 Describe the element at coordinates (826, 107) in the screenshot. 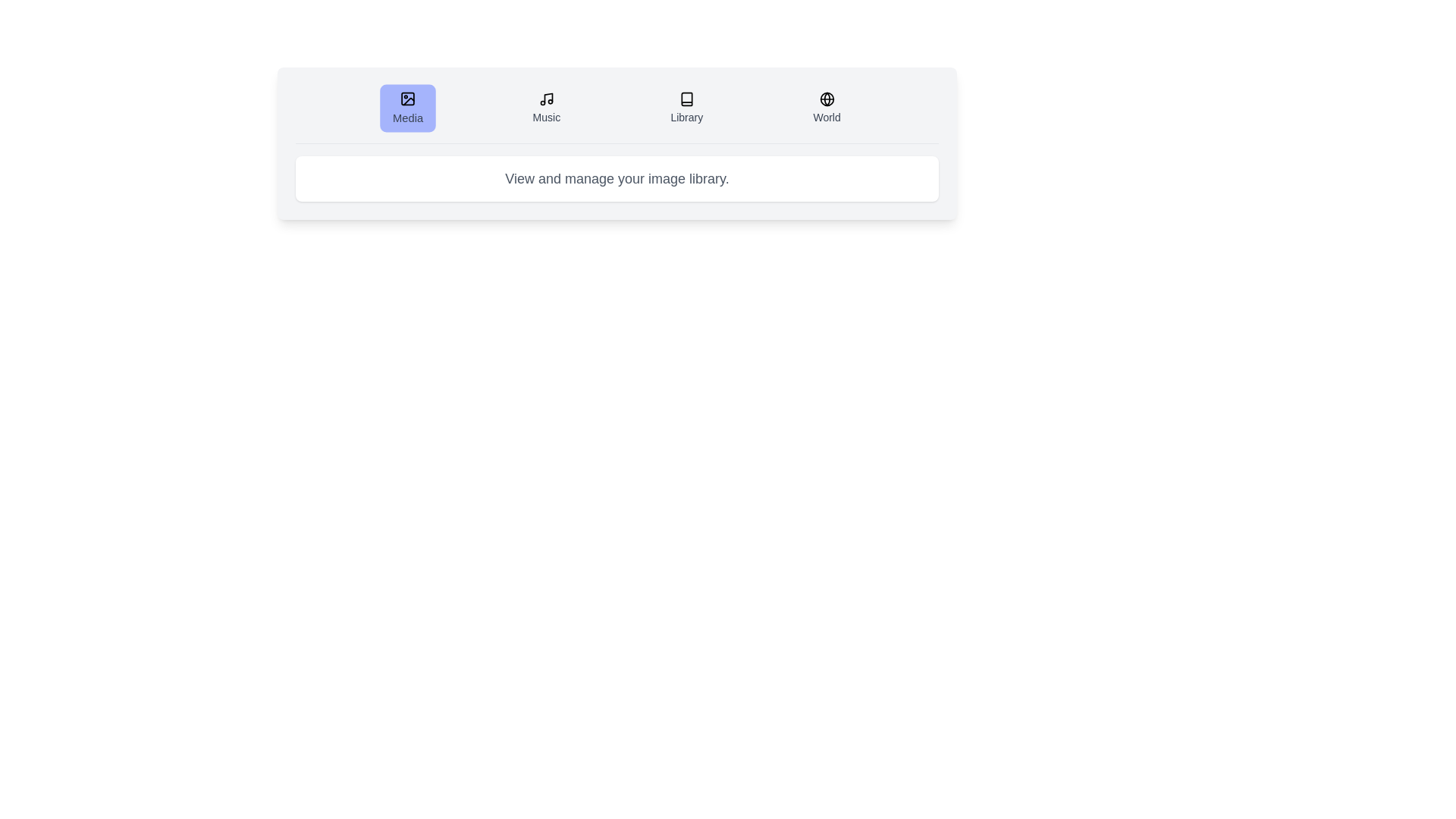

I see `the tab labeled World to activate it` at that location.